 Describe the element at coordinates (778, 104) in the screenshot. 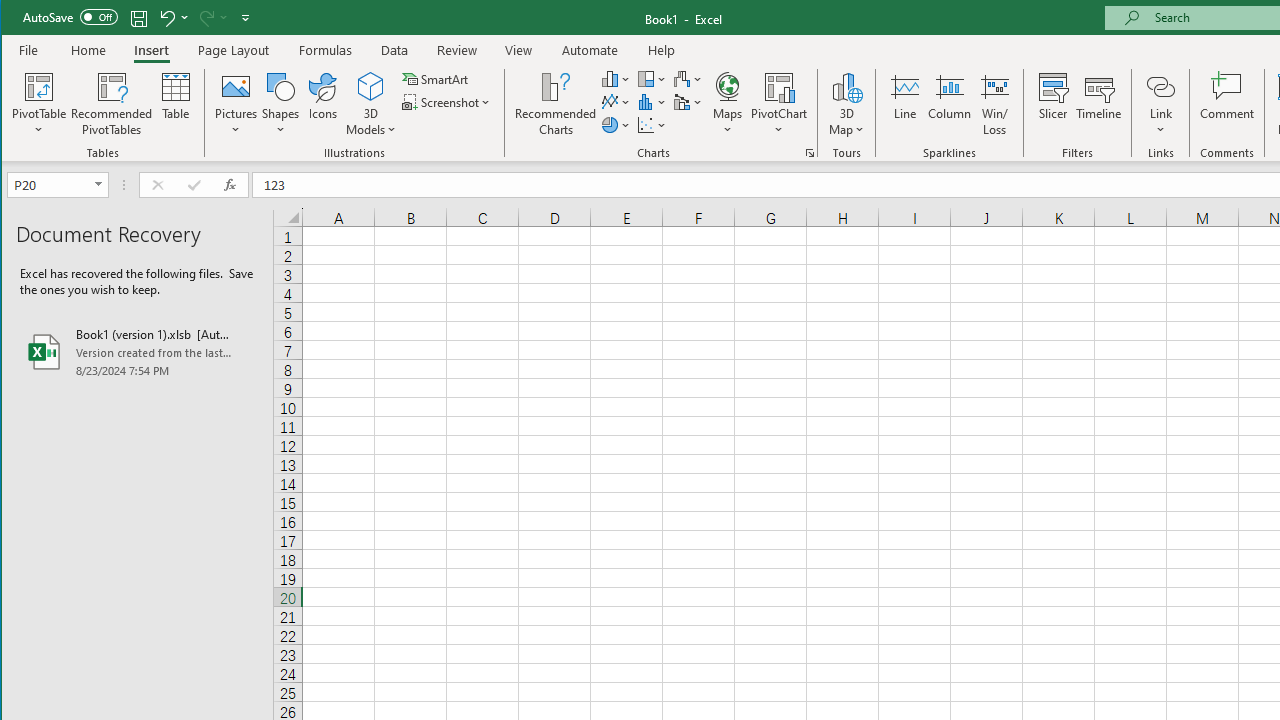

I see `'PivotChart'` at that location.